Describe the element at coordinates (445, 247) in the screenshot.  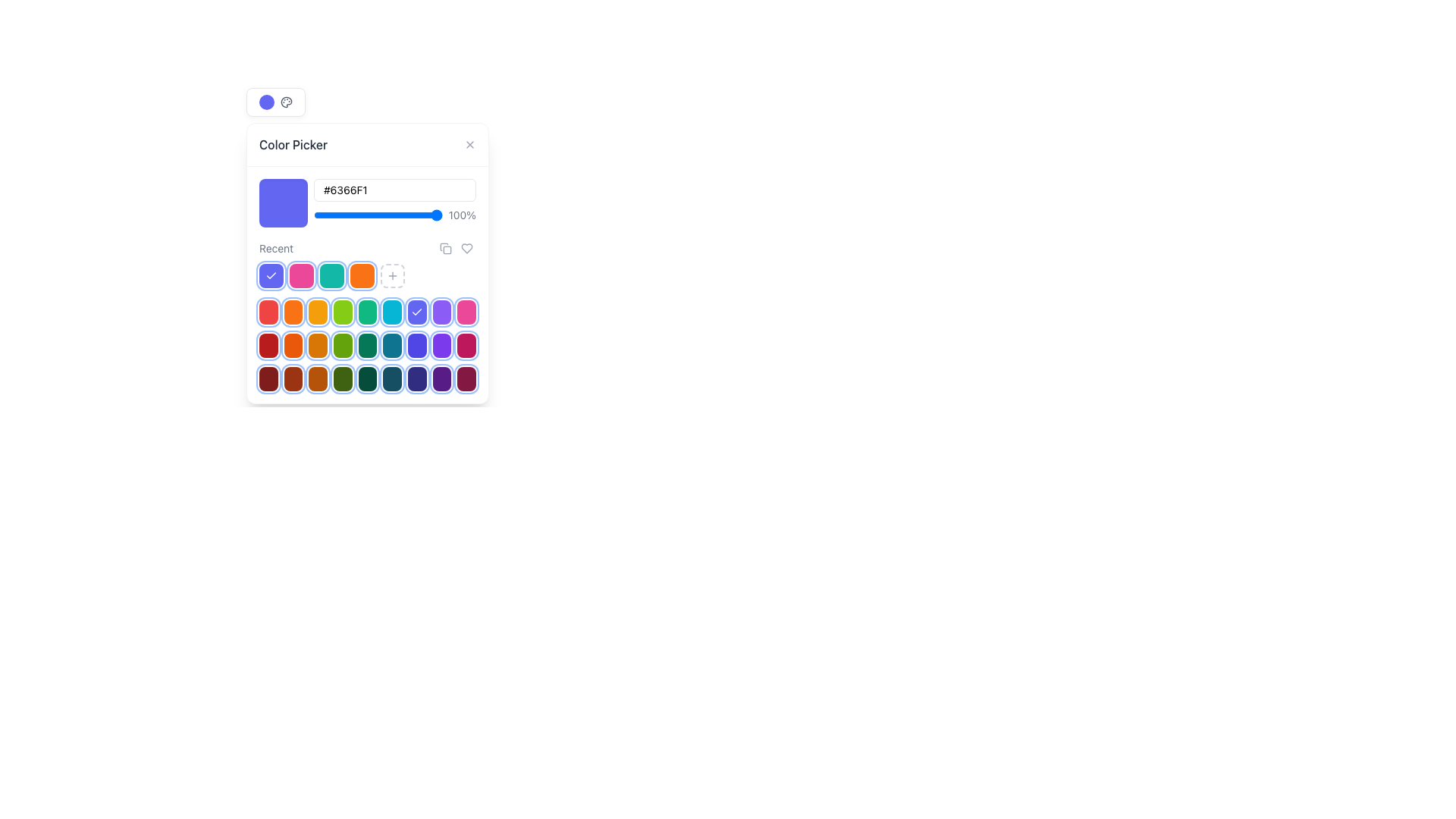
I see `the icon button resembling a copy symbol, which is located to the right of the color value input field in the color picker interface, to copy the associated color code` at that location.